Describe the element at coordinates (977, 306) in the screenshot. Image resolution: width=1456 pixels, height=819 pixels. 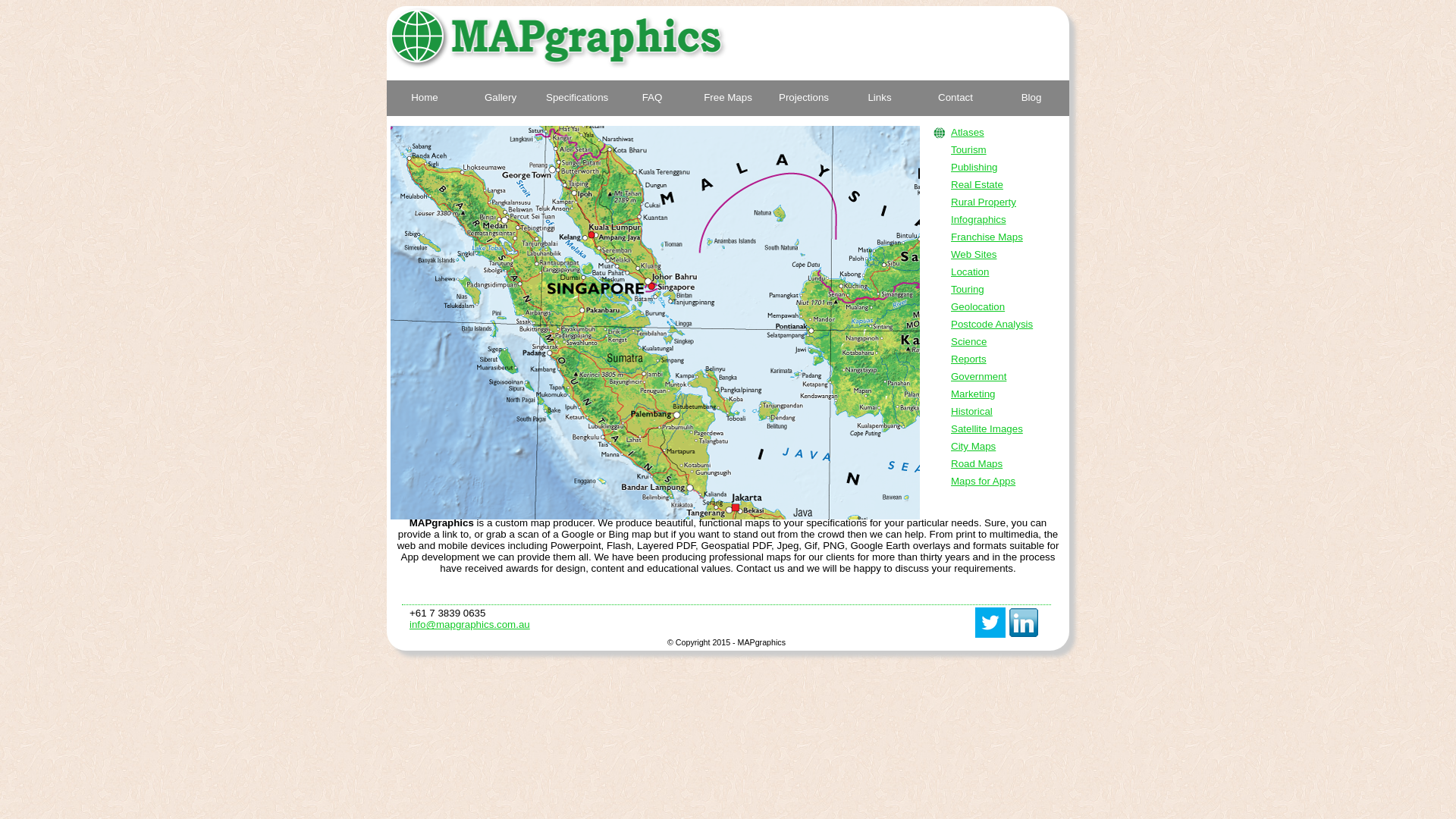
I see `'Geolocation'` at that location.